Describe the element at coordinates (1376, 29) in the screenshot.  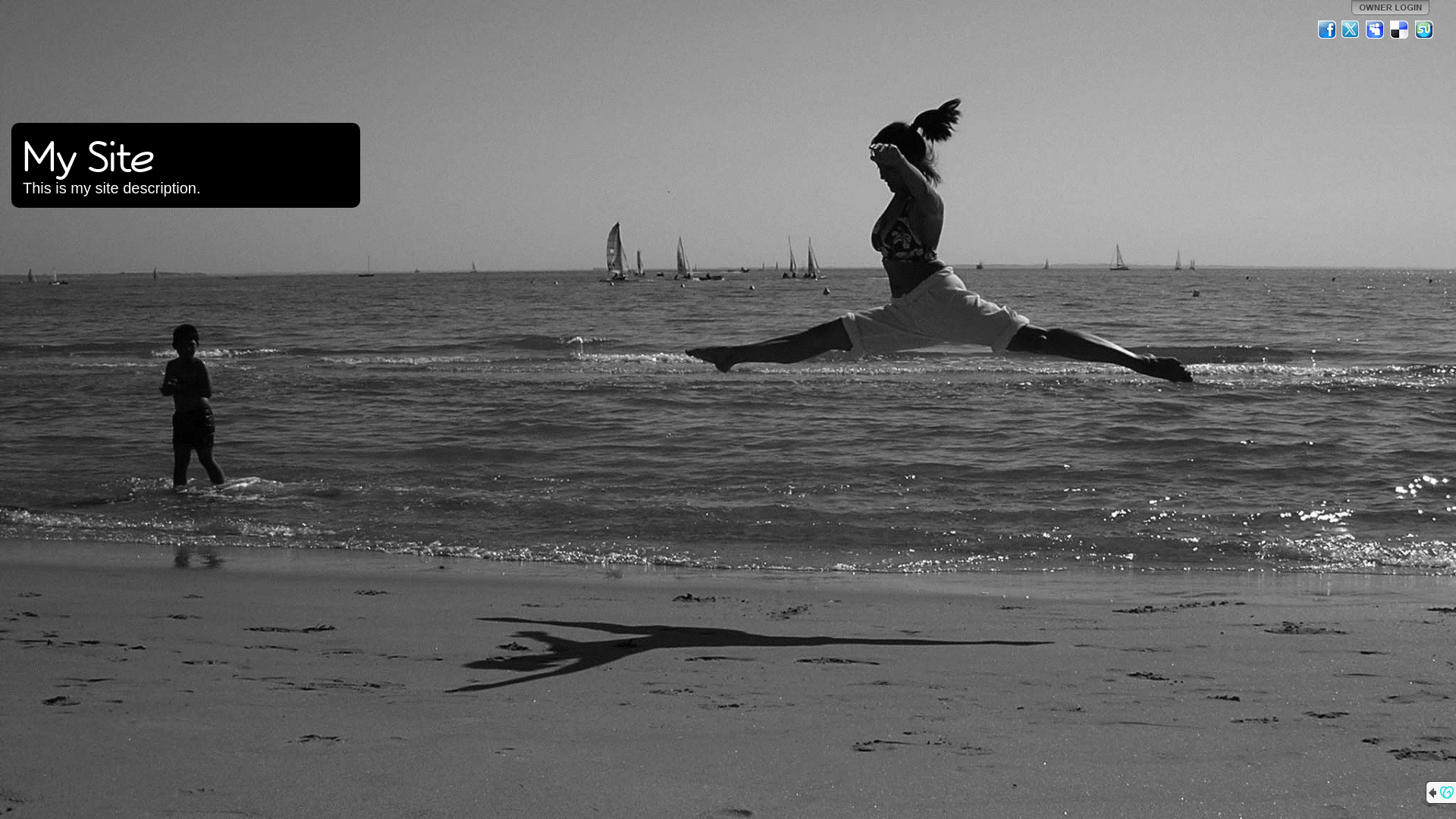
I see `'MySpace'` at that location.